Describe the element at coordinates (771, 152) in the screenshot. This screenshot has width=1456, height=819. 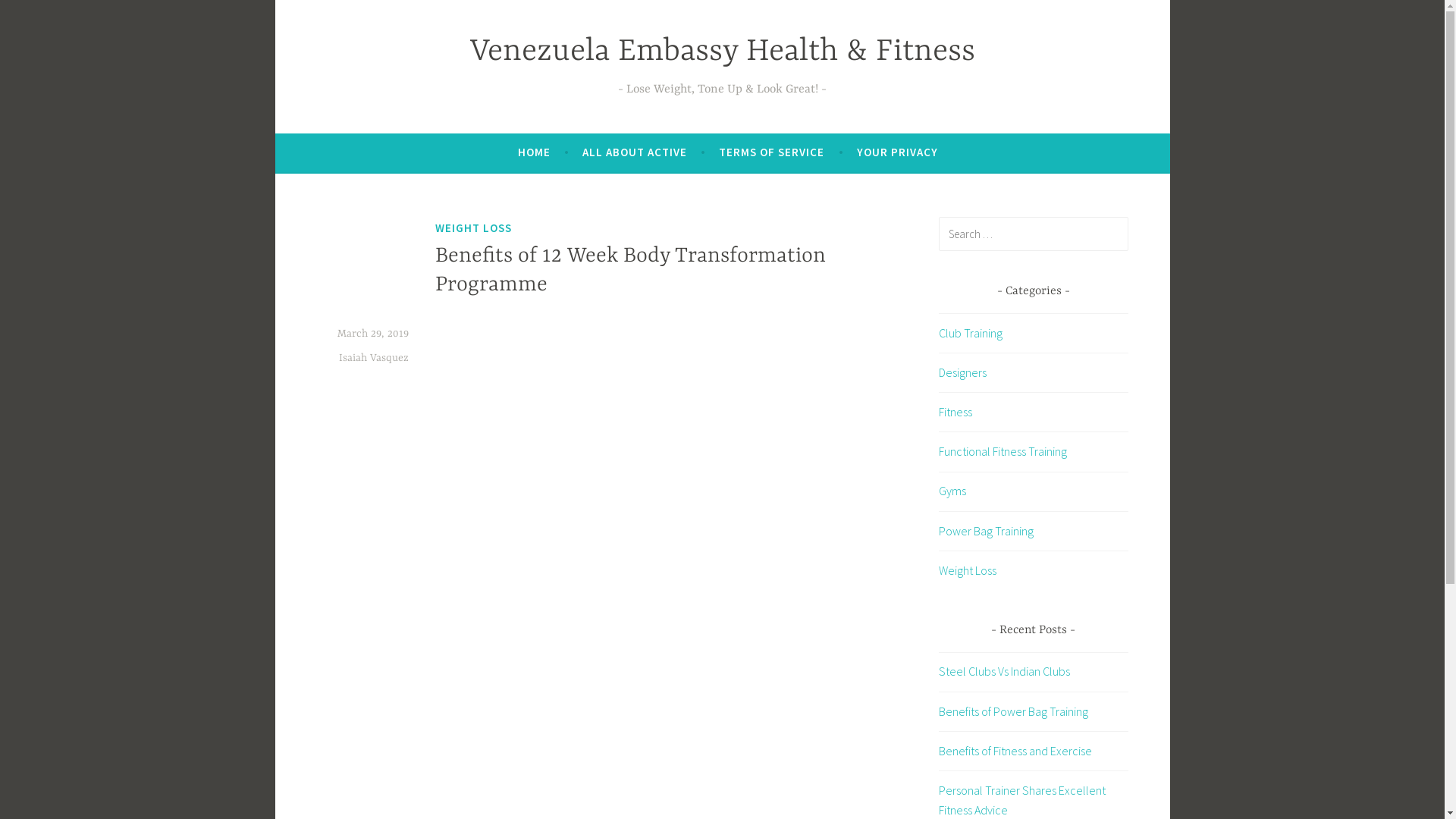
I see `'TERMS OF SERVICE'` at that location.